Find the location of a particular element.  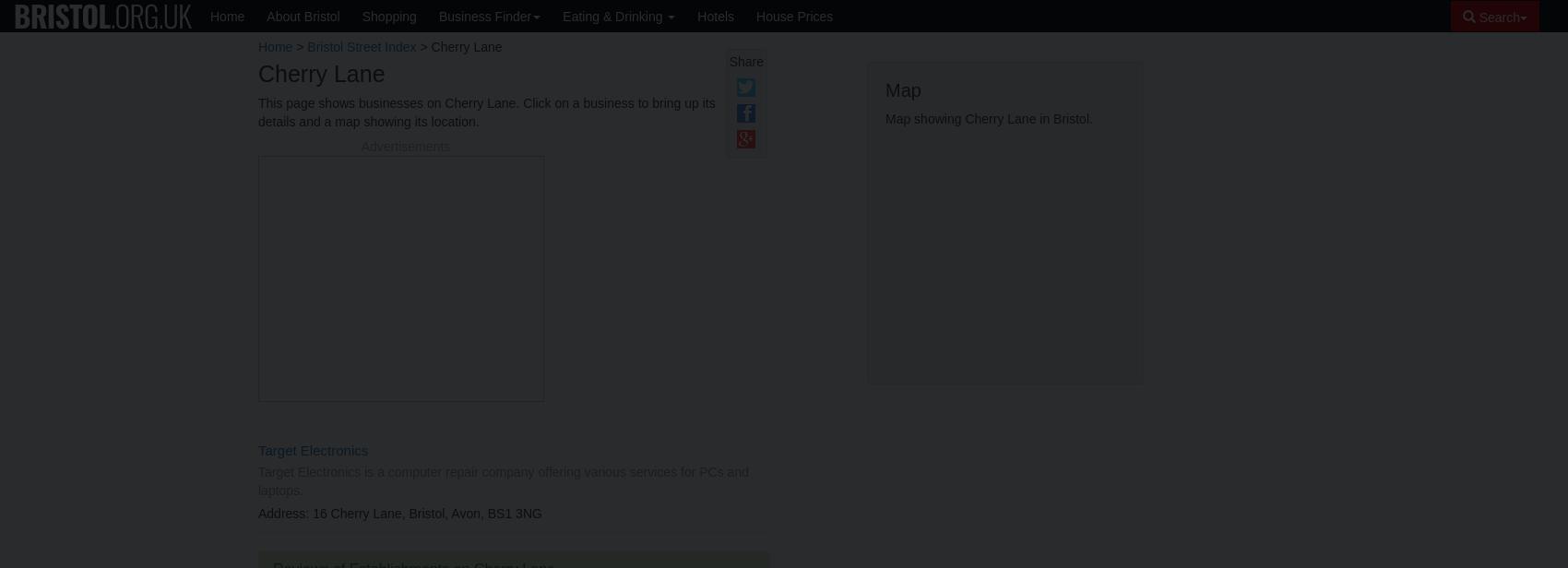

'Shopping' is located at coordinates (387, 16).